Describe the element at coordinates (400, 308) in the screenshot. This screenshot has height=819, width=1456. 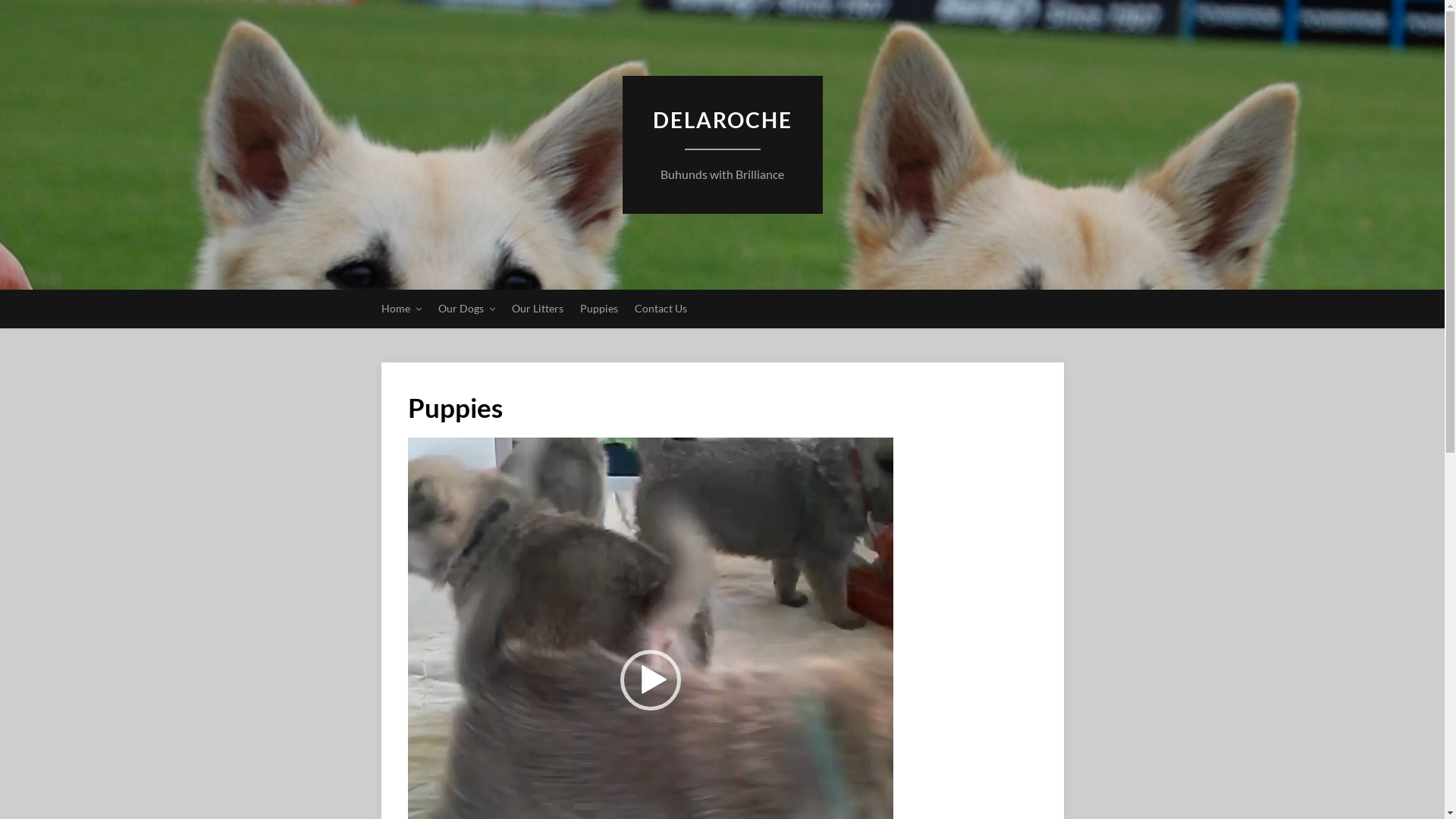
I see `'Home'` at that location.